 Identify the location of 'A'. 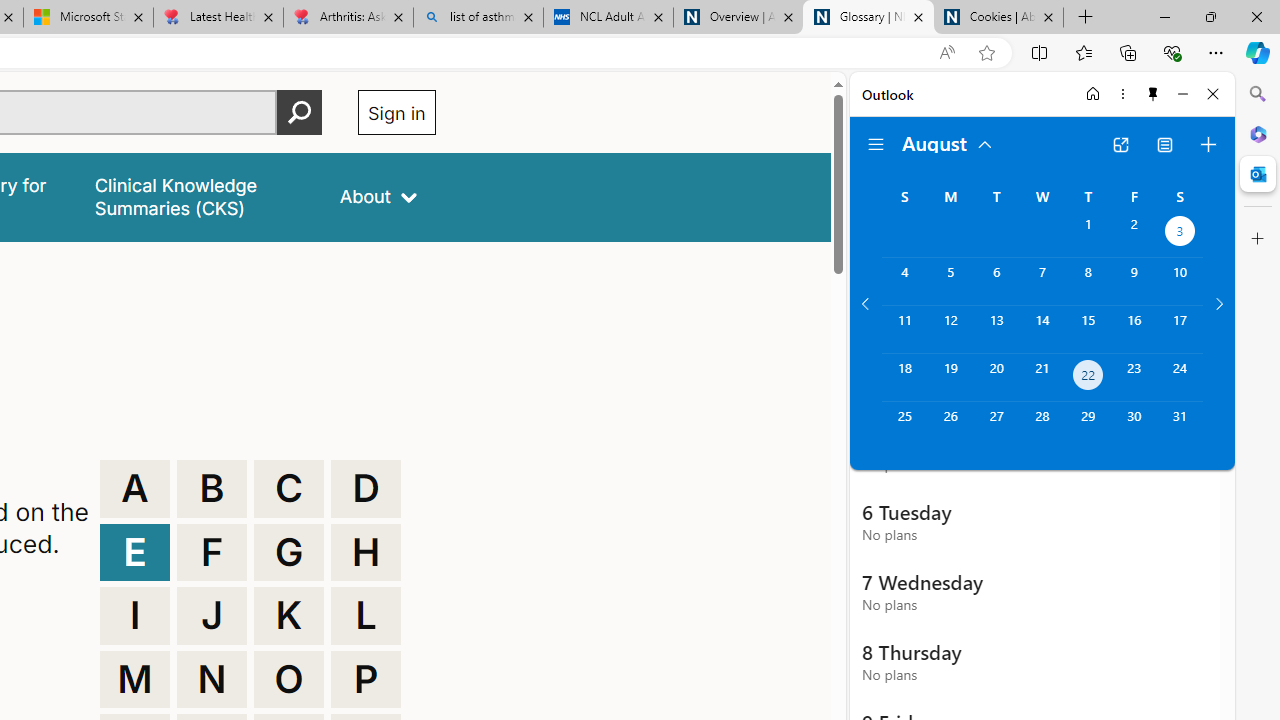
(134, 488).